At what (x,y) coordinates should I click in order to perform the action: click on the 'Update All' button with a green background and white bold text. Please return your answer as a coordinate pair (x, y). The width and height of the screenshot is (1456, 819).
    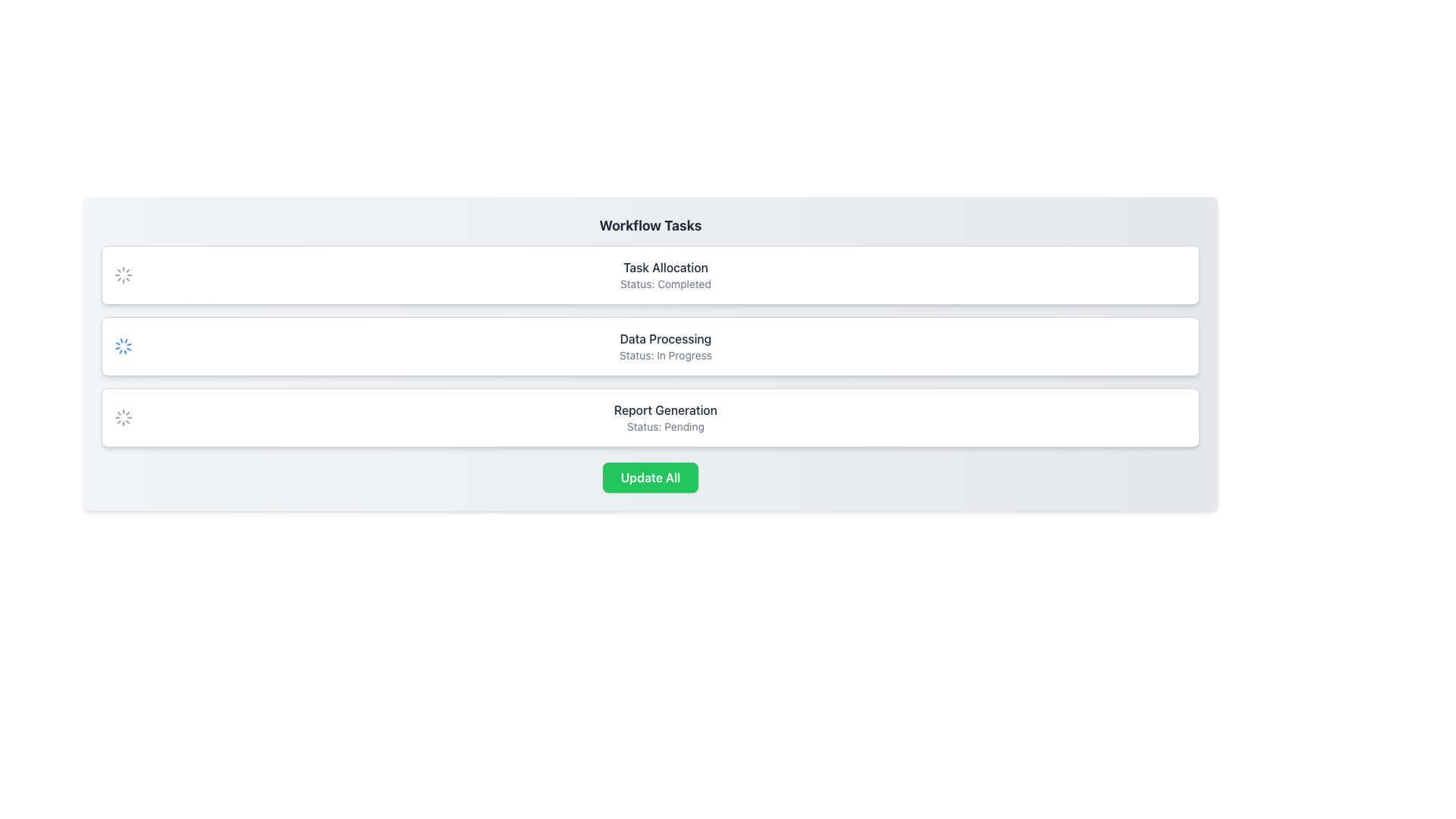
    Looking at the image, I should click on (651, 476).